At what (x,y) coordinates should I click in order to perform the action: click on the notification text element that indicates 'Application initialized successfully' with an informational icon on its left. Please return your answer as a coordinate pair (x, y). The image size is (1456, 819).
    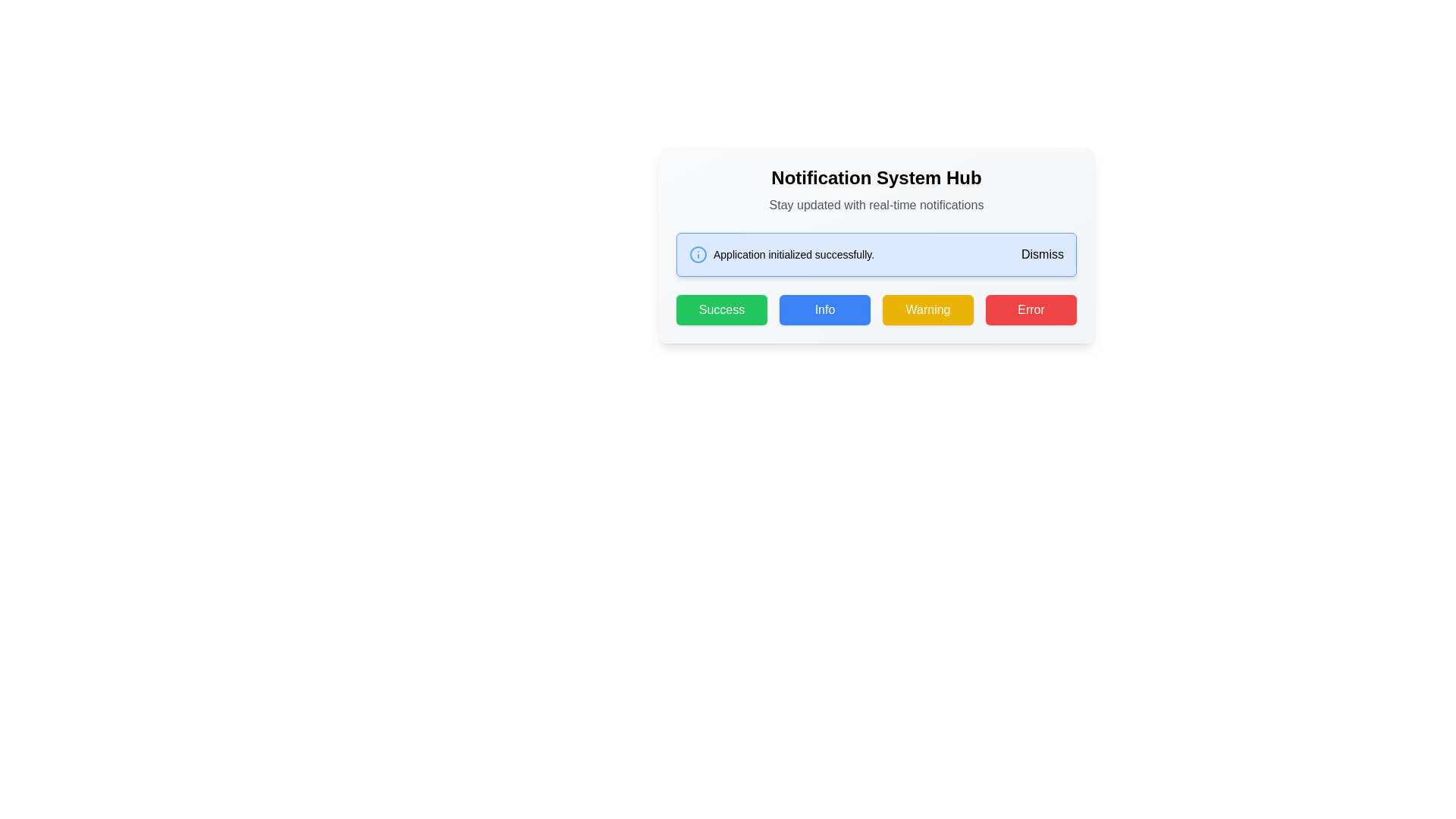
    Looking at the image, I should click on (782, 253).